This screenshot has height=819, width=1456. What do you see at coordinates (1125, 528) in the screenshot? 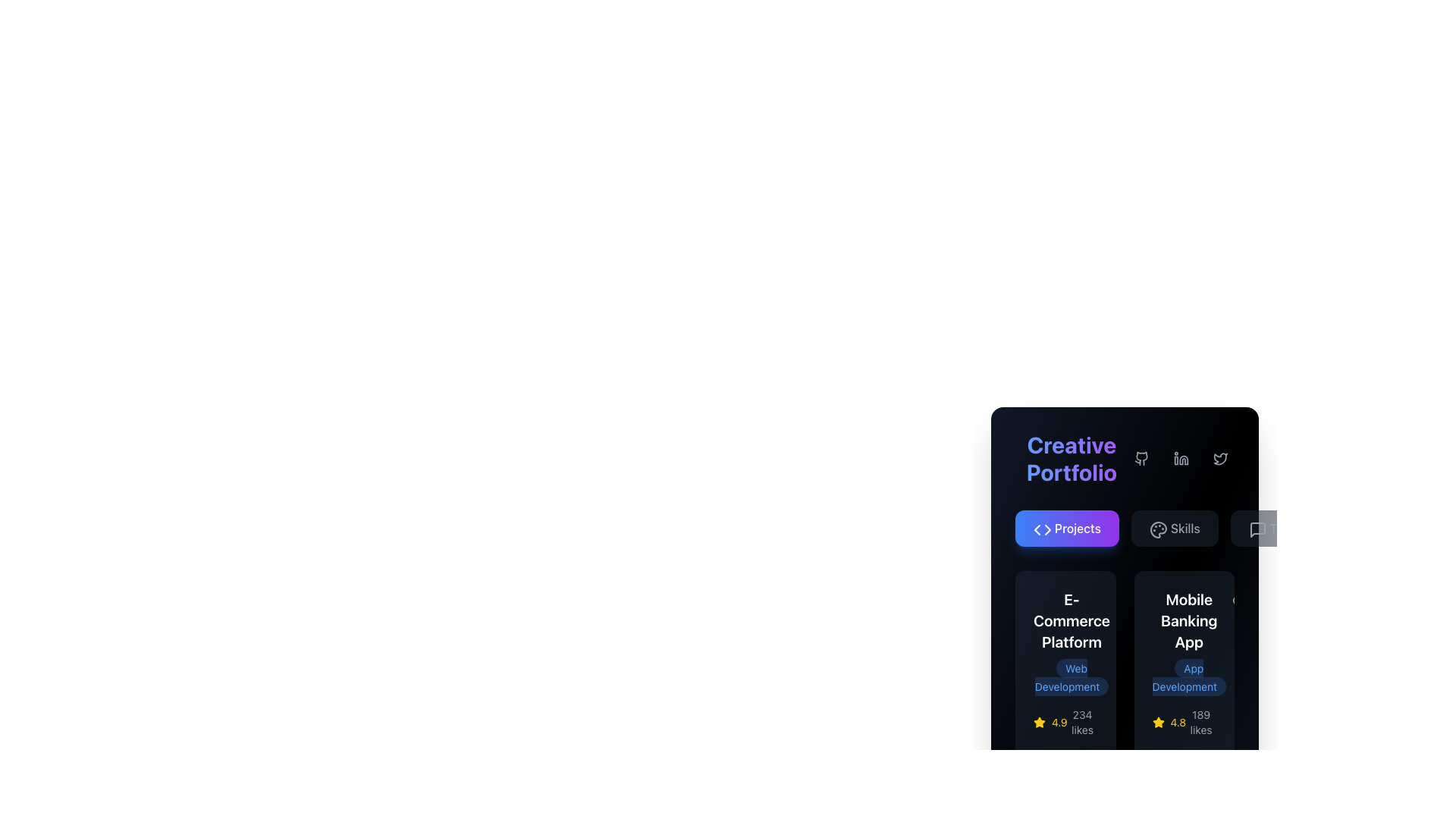
I see `the 'Projects' button in the navigation menu, which has a gradient background transitioning from blue to purple` at bounding box center [1125, 528].